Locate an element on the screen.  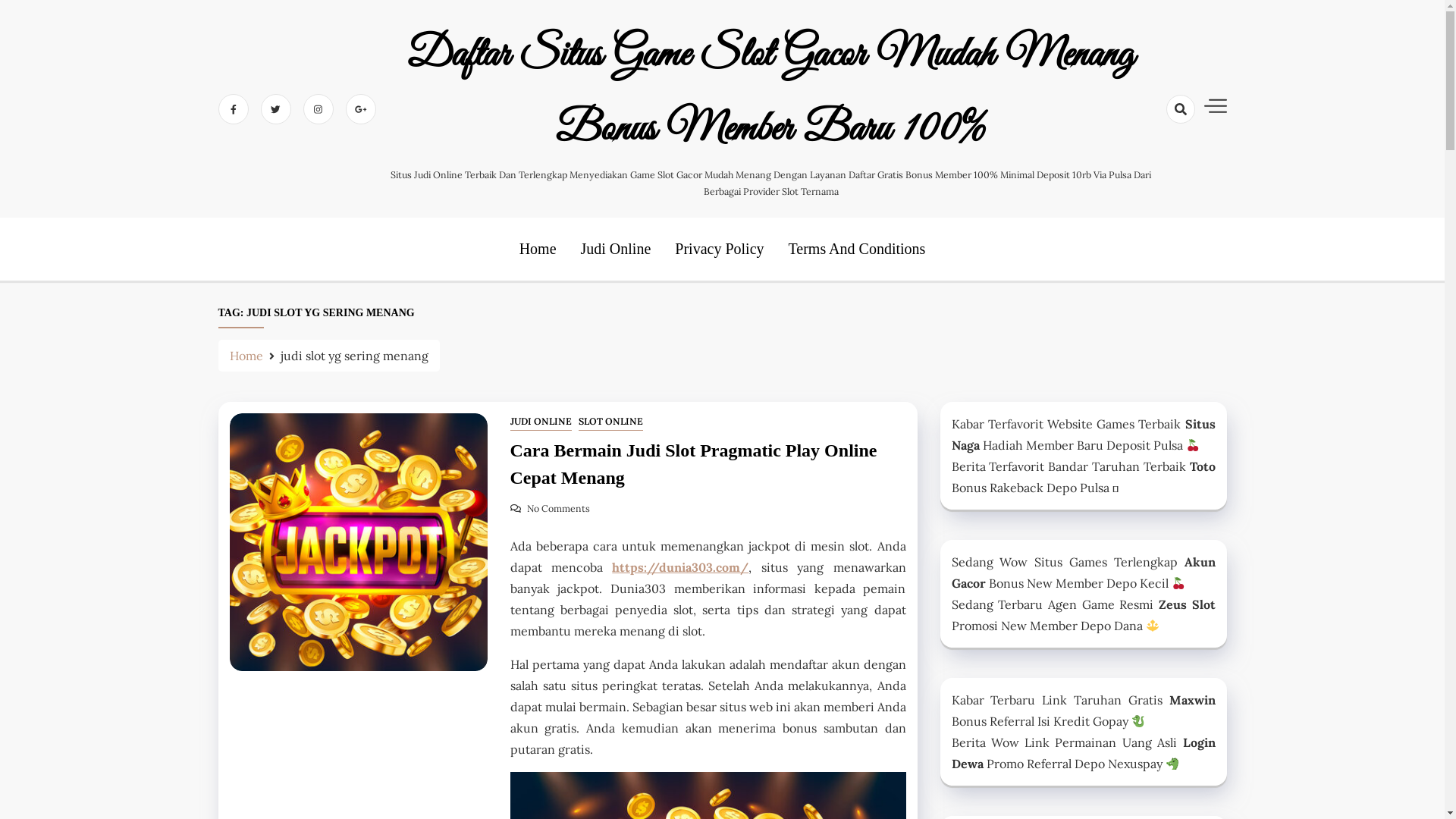
'Situs Naga' is located at coordinates (1081, 435).